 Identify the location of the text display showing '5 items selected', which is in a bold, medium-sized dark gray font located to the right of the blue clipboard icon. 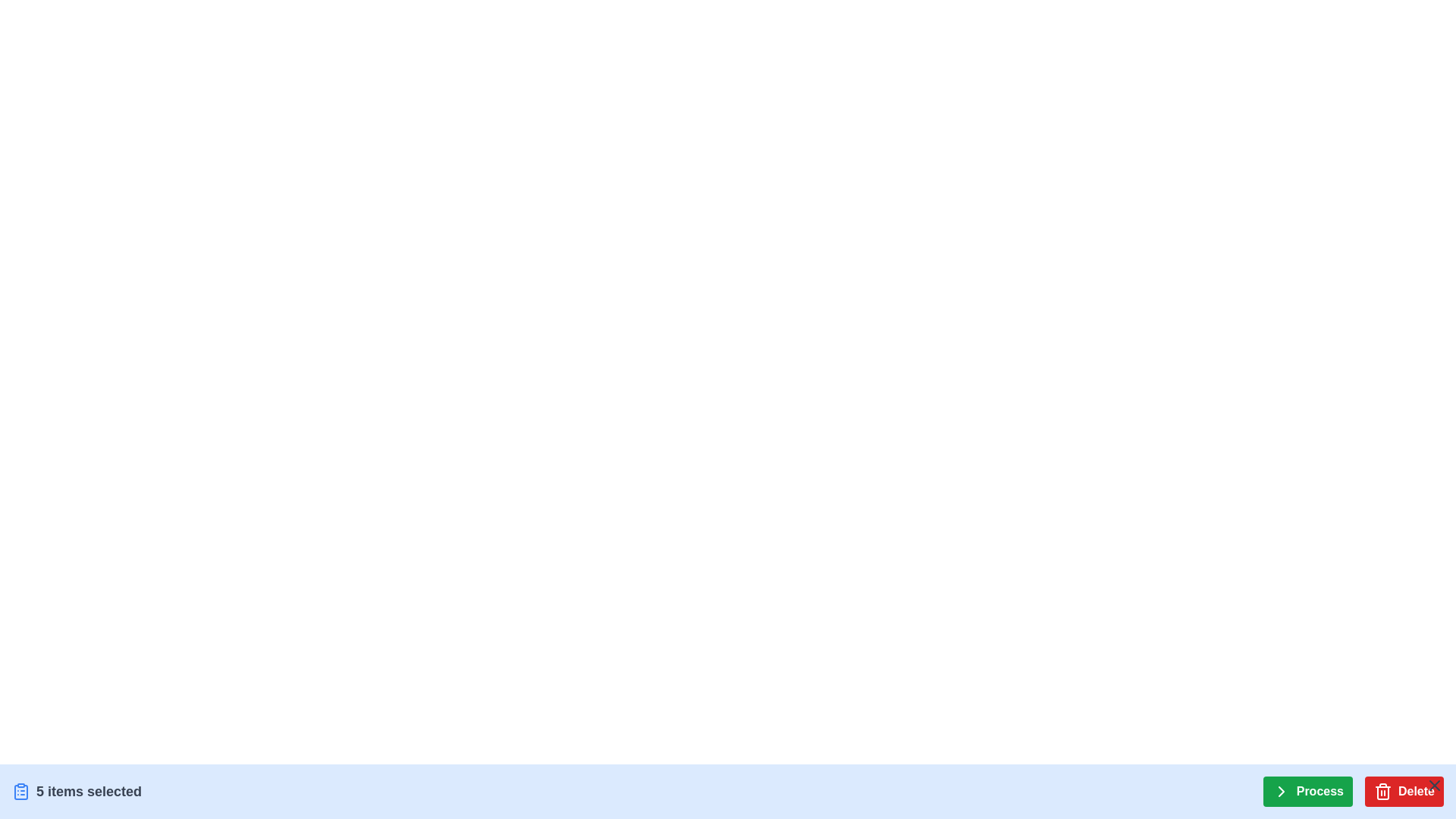
(88, 791).